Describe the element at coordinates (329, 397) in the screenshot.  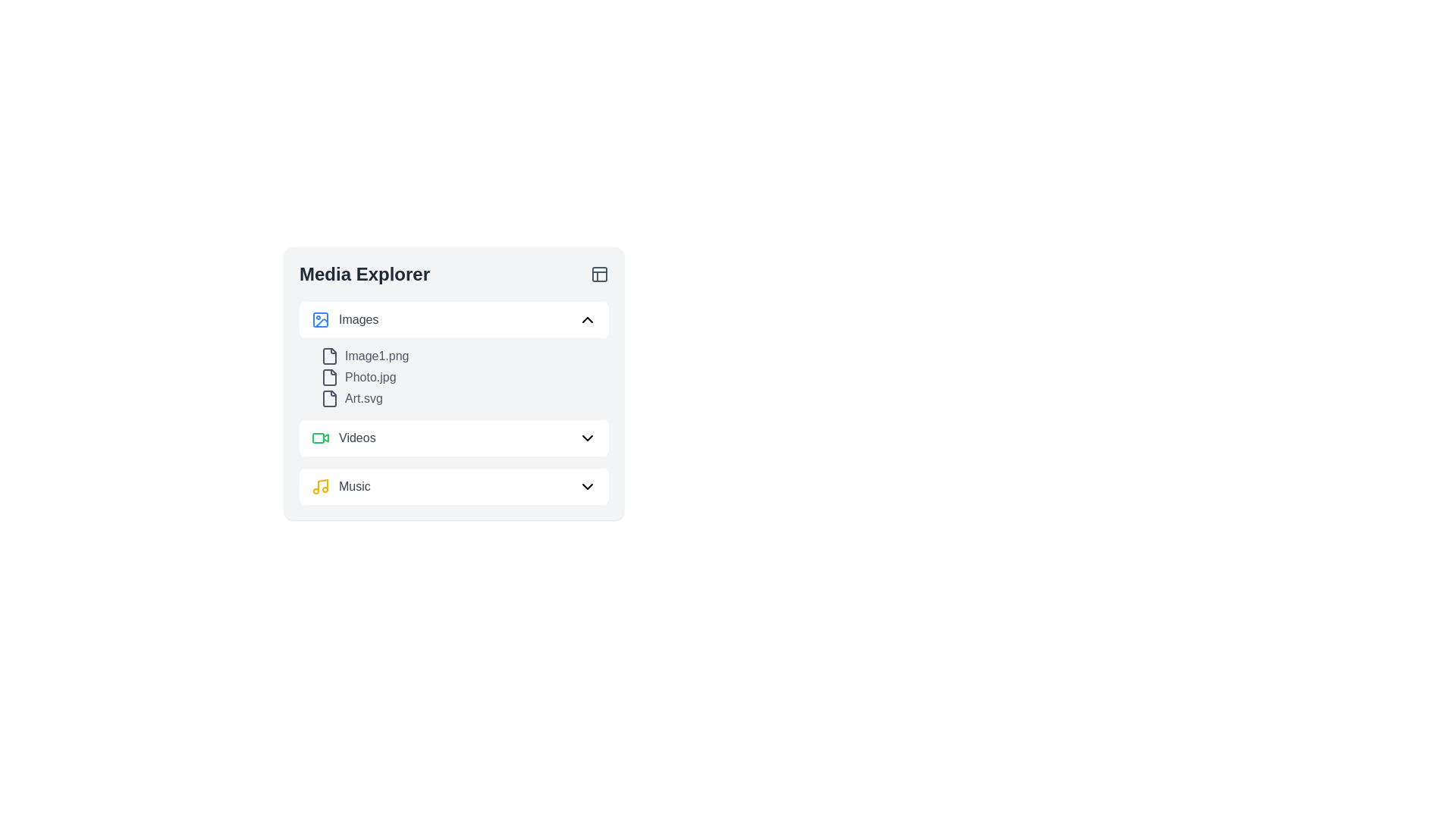
I see `the document-style icon preceding the 'Art.svg' text in the 'Media Explorer' interface` at that location.